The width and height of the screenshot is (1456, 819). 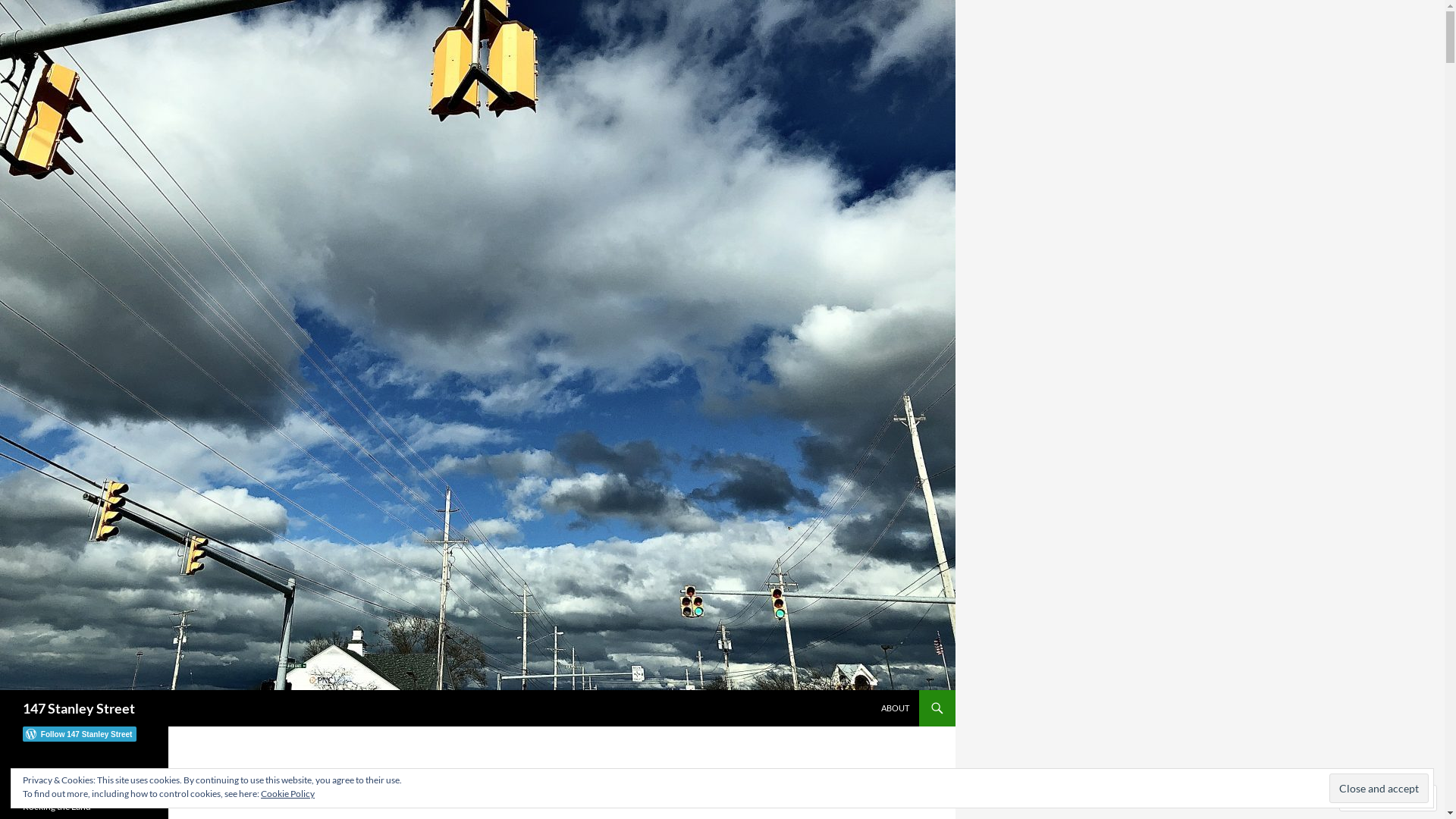 I want to click on 'ABOUT', so click(x=895, y=708).